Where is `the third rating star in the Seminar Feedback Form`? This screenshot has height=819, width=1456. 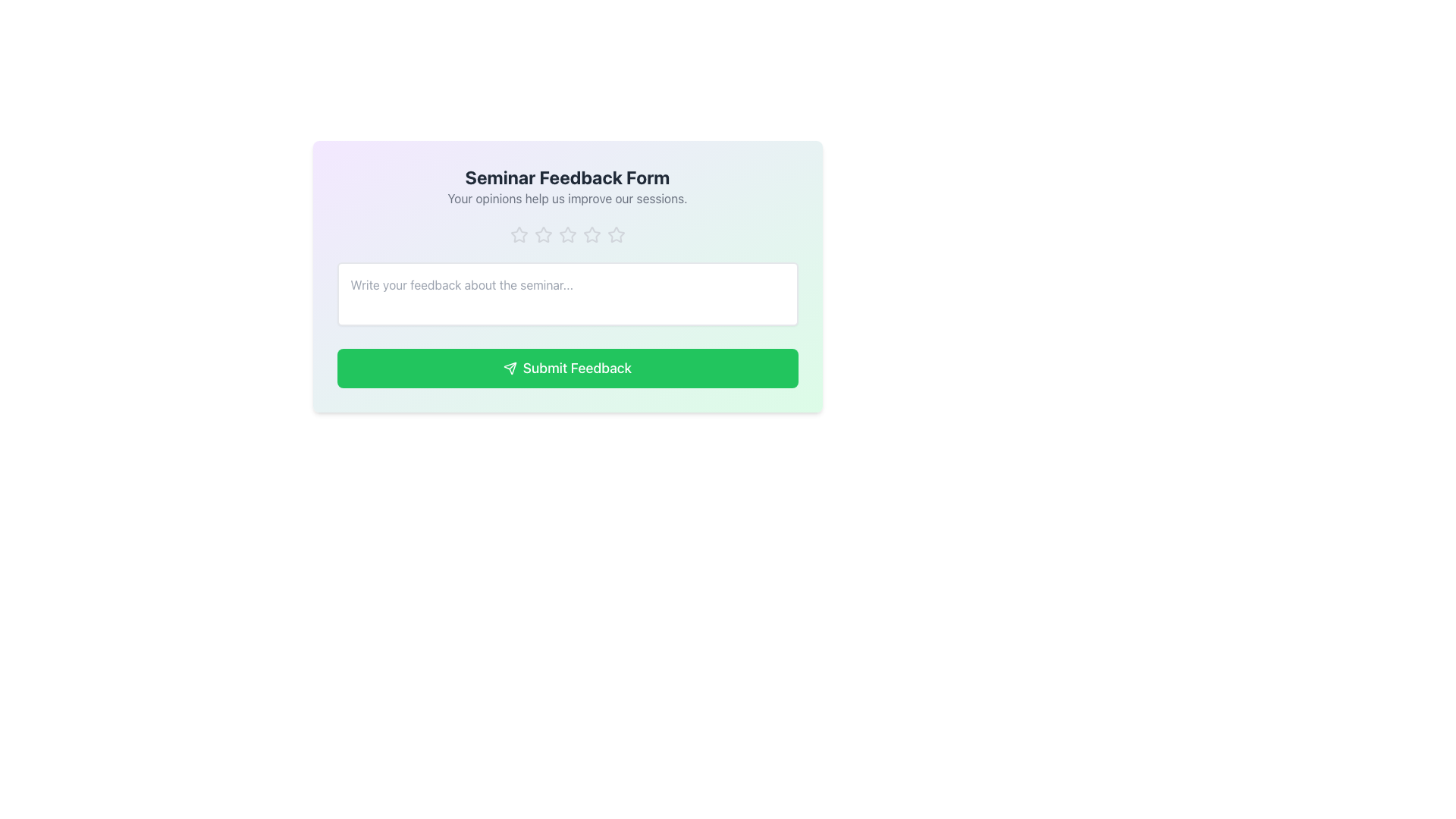 the third rating star in the Seminar Feedback Form is located at coordinates (566, 234).